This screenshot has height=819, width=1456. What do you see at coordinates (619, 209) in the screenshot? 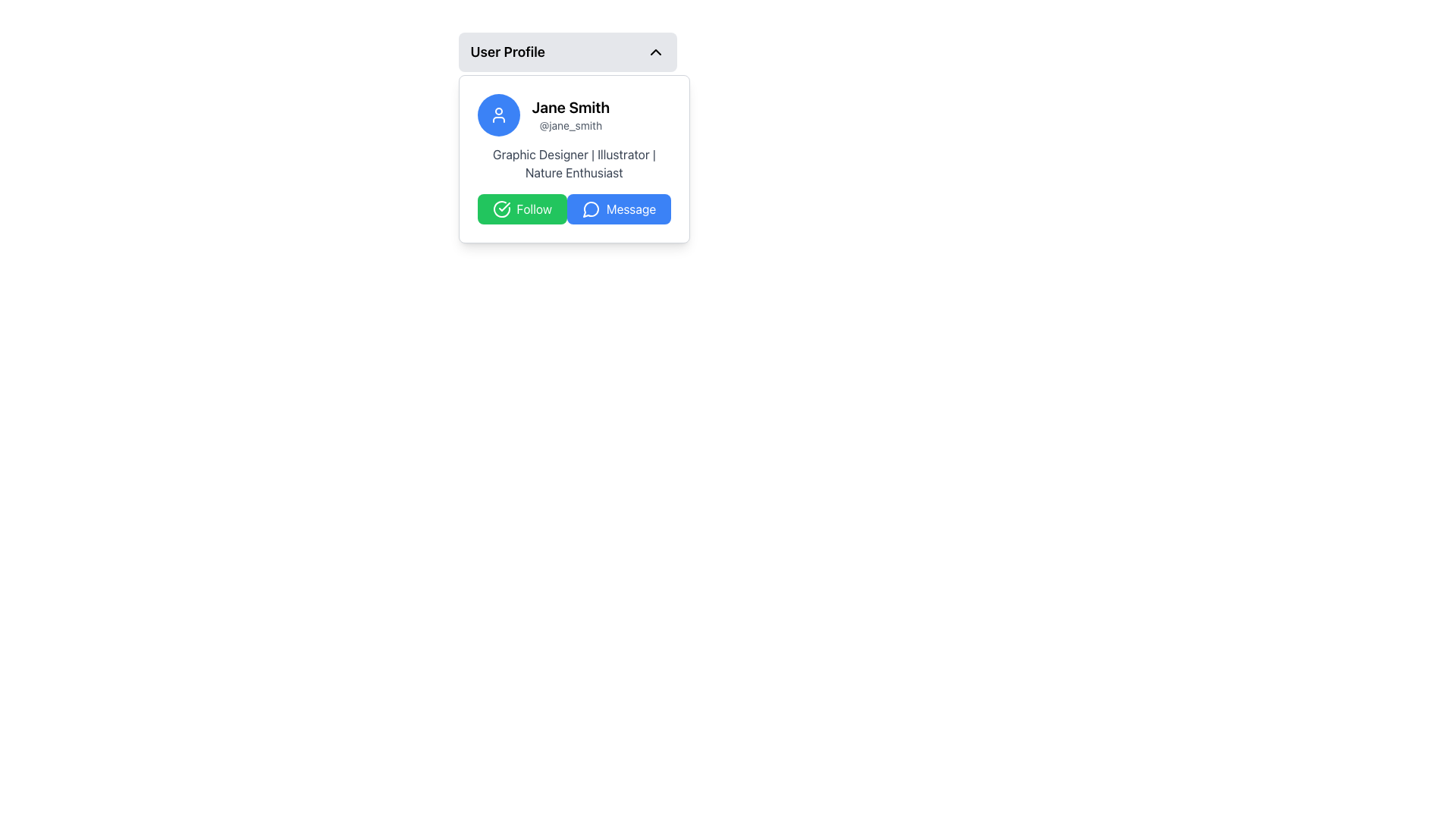
I see `the blue 'Message' button with white text and a speech bubble icon, located` at bounding box center [619, 209].